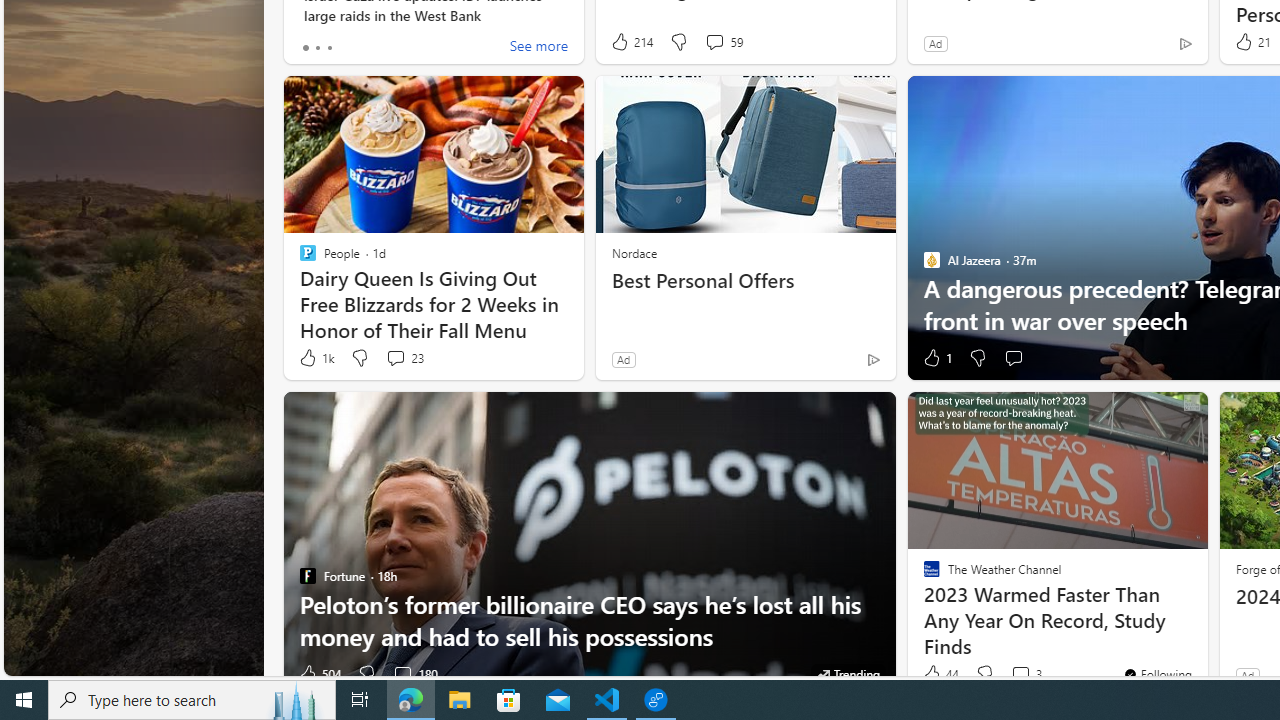  What do you see at coordinates (413, 674) in the screenshot?
I see `'View comments 180 Comment'` at bounding box center [413, 674].